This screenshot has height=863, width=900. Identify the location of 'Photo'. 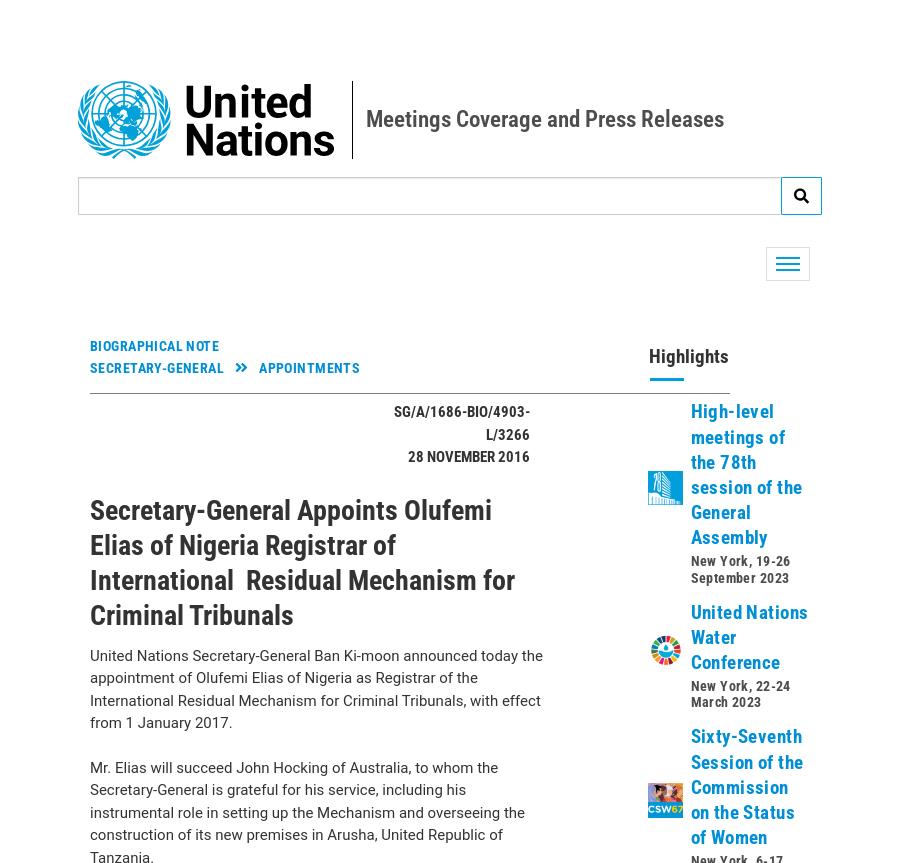
(132, 824).